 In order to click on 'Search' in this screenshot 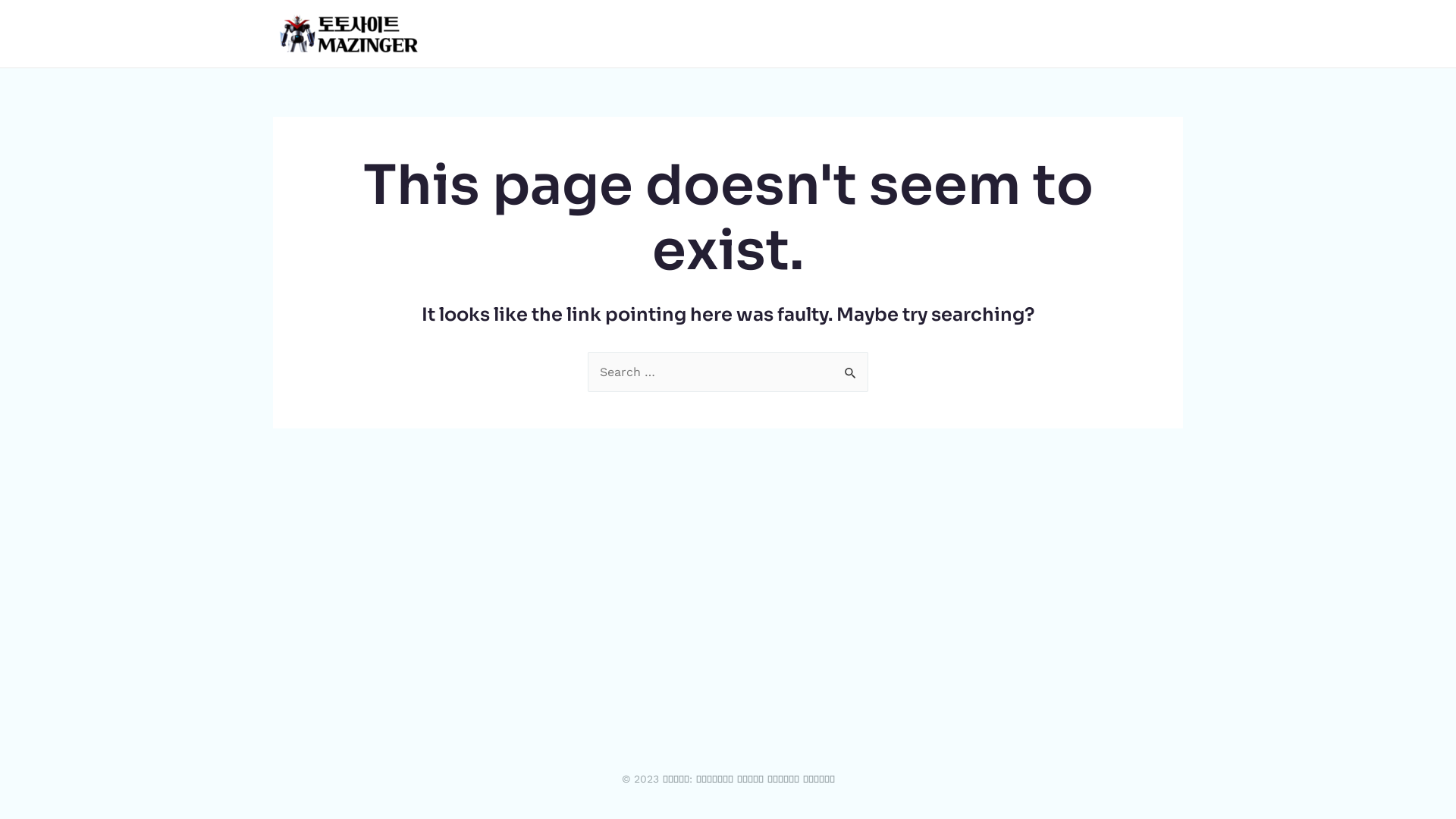, I will do `click(833, 368)`.